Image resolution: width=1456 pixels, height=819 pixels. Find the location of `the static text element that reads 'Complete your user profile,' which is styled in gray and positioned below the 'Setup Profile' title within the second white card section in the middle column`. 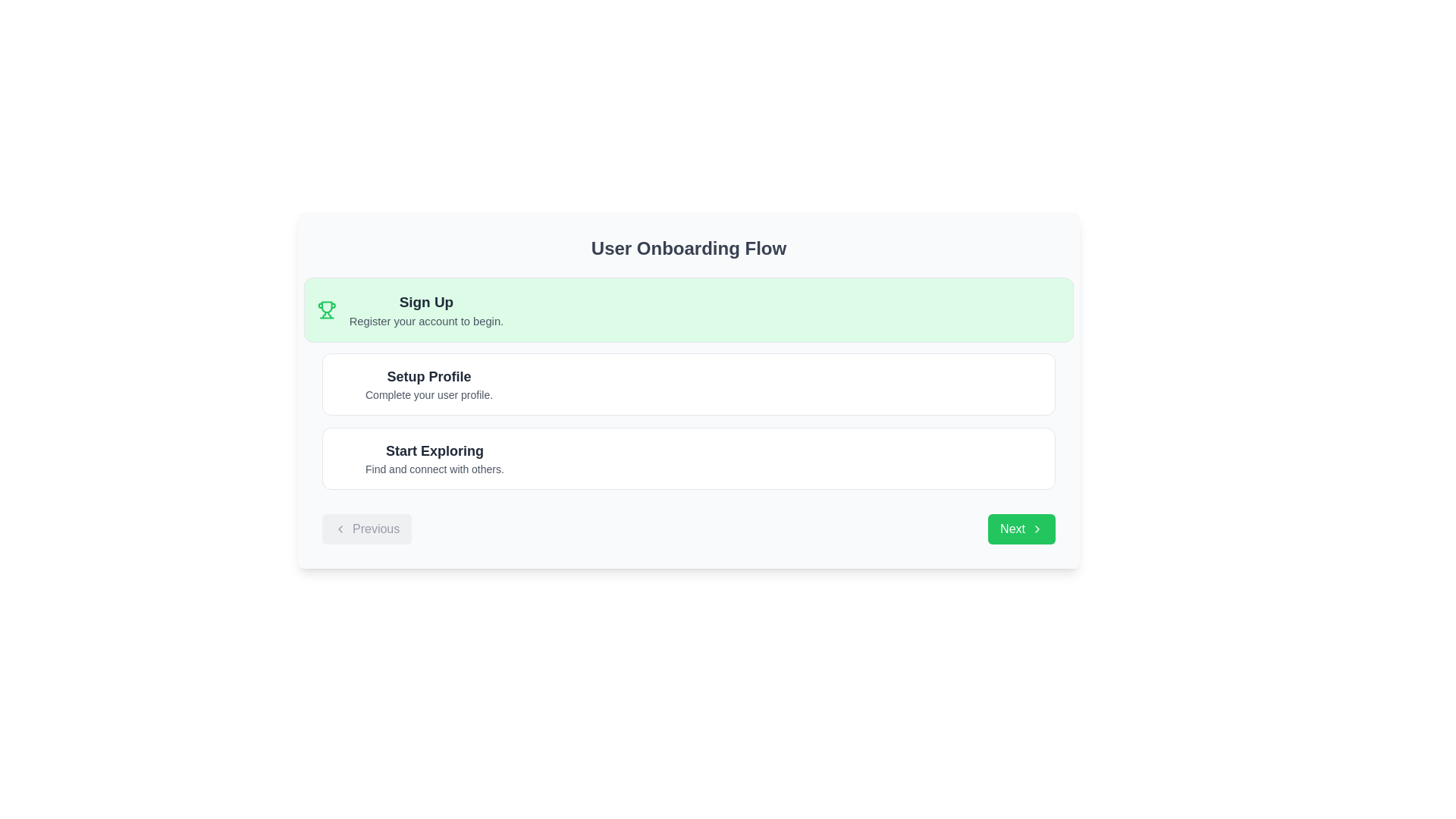

the static text element that reads 'Complete your user profile,' which is styled in gray and positioned below the 'Setup Profile' title within the second white card section in the middle column is located at coordinates (428, 394).